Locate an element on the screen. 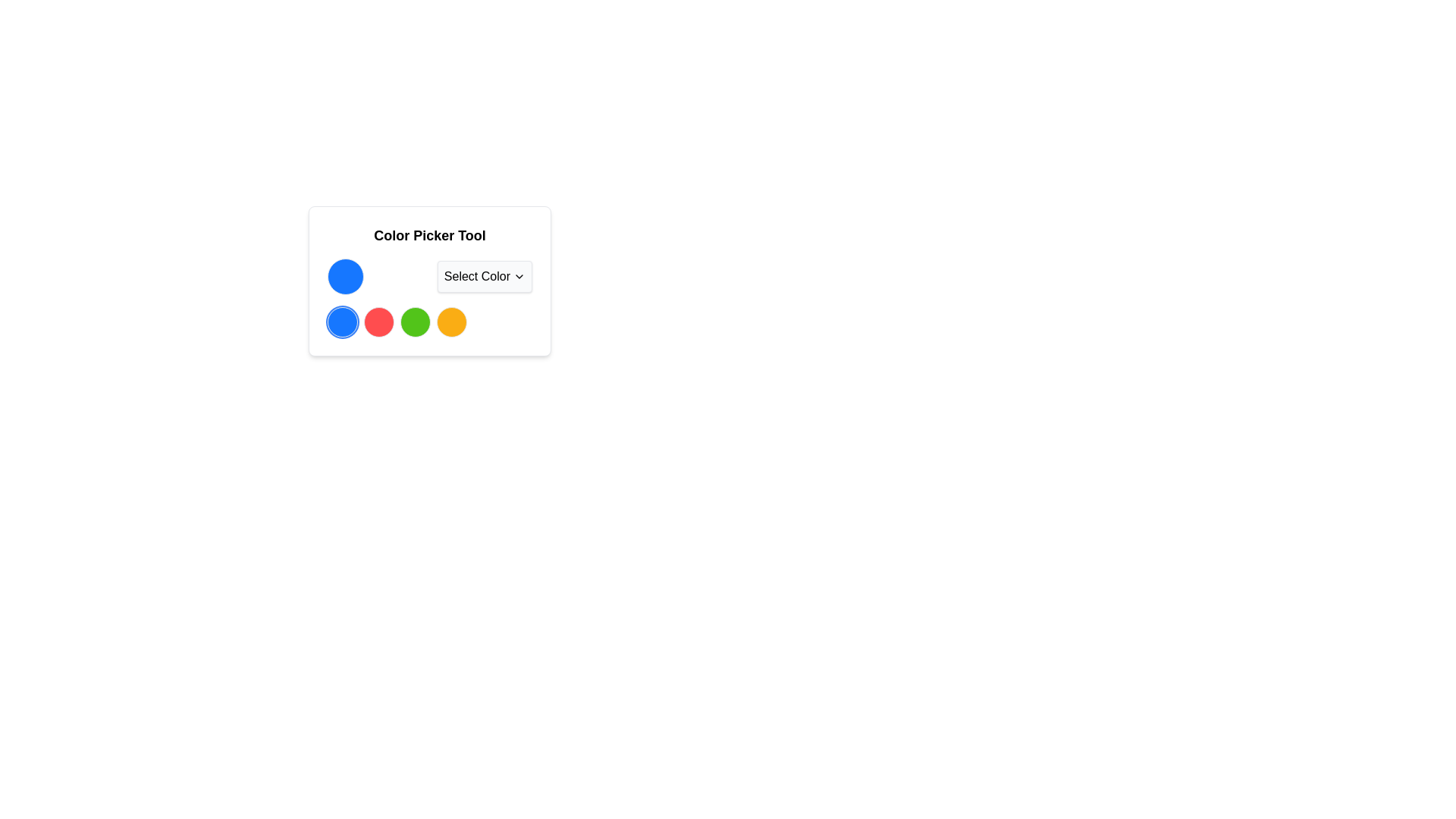 This screenshot has width=1456, height=819. the third circular button in the Color Picker Tool is located at coordinates (428, 321).